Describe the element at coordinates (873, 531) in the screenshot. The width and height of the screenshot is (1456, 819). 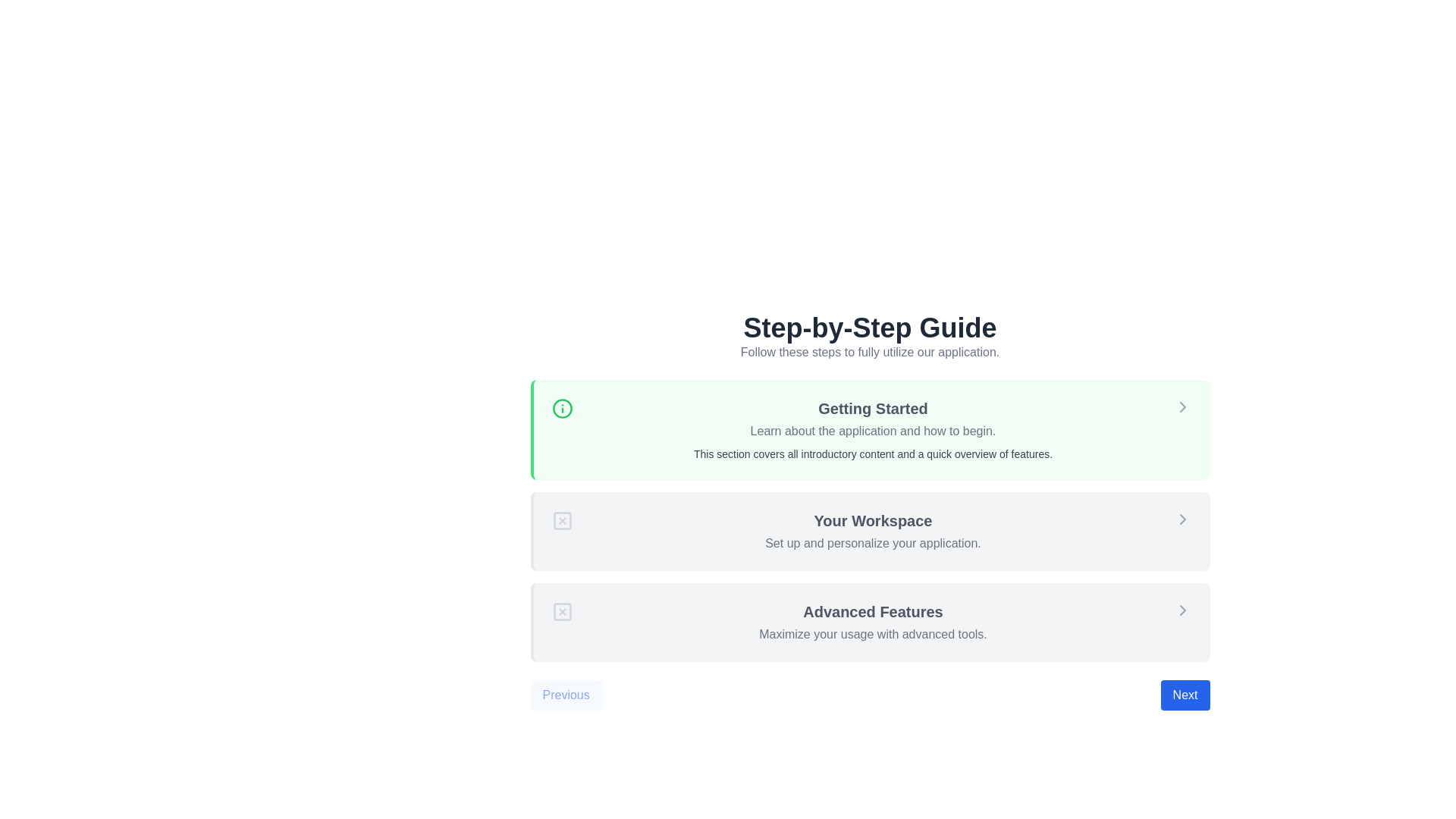
I see `description 'Set up and personalize your application.' from the text block titled 'Your Workspace', which is styled in a smaller, regular font and centered within its section` at that location.